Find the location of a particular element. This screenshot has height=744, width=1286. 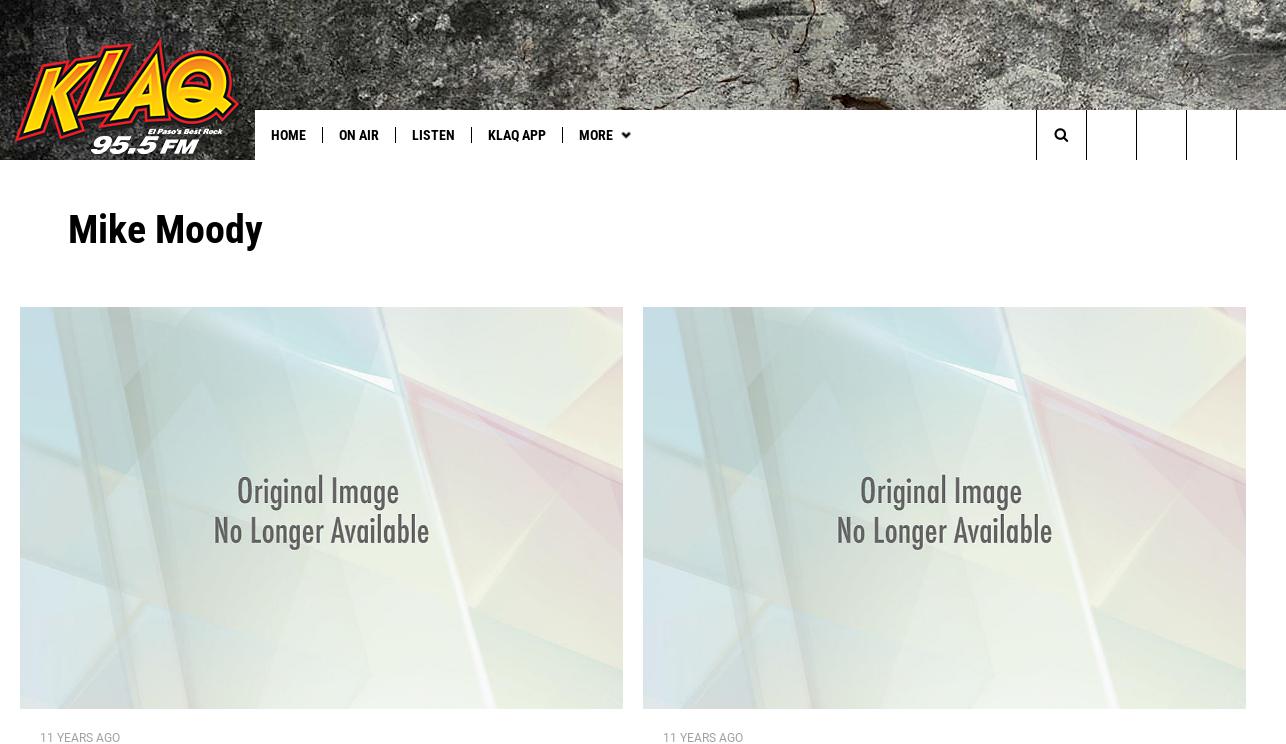

'See U2 in Vegas' is located at coordinates (150, 175).